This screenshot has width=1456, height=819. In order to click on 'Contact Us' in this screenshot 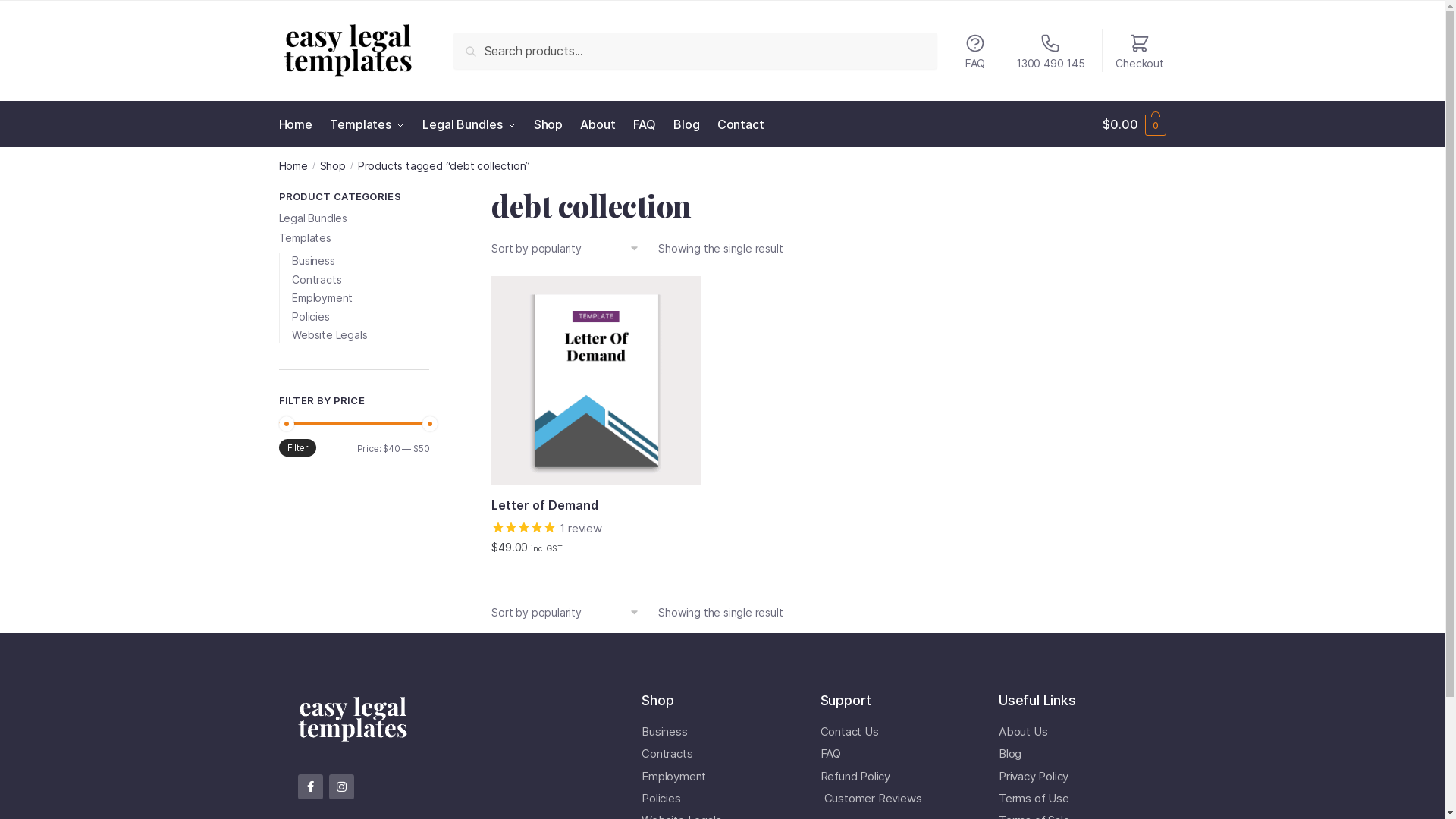, I will do `click(819, 730)`.